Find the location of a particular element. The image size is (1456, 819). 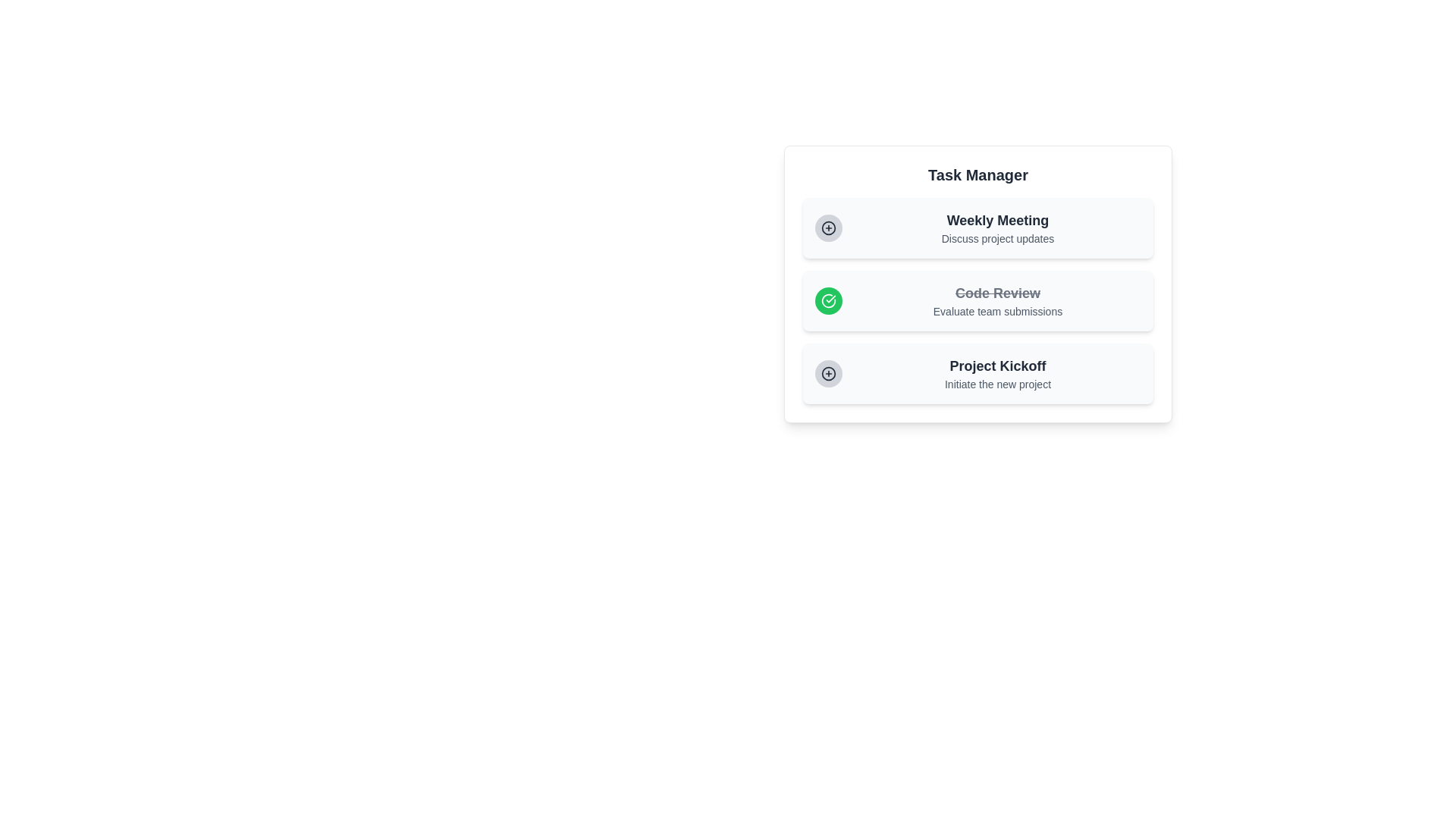

text label that reads 'Evaluate team submissions', positioned centrally below the 'Code Review' text in the second task card of the 'Task Manager' interface is located at coordinates (997, 311).